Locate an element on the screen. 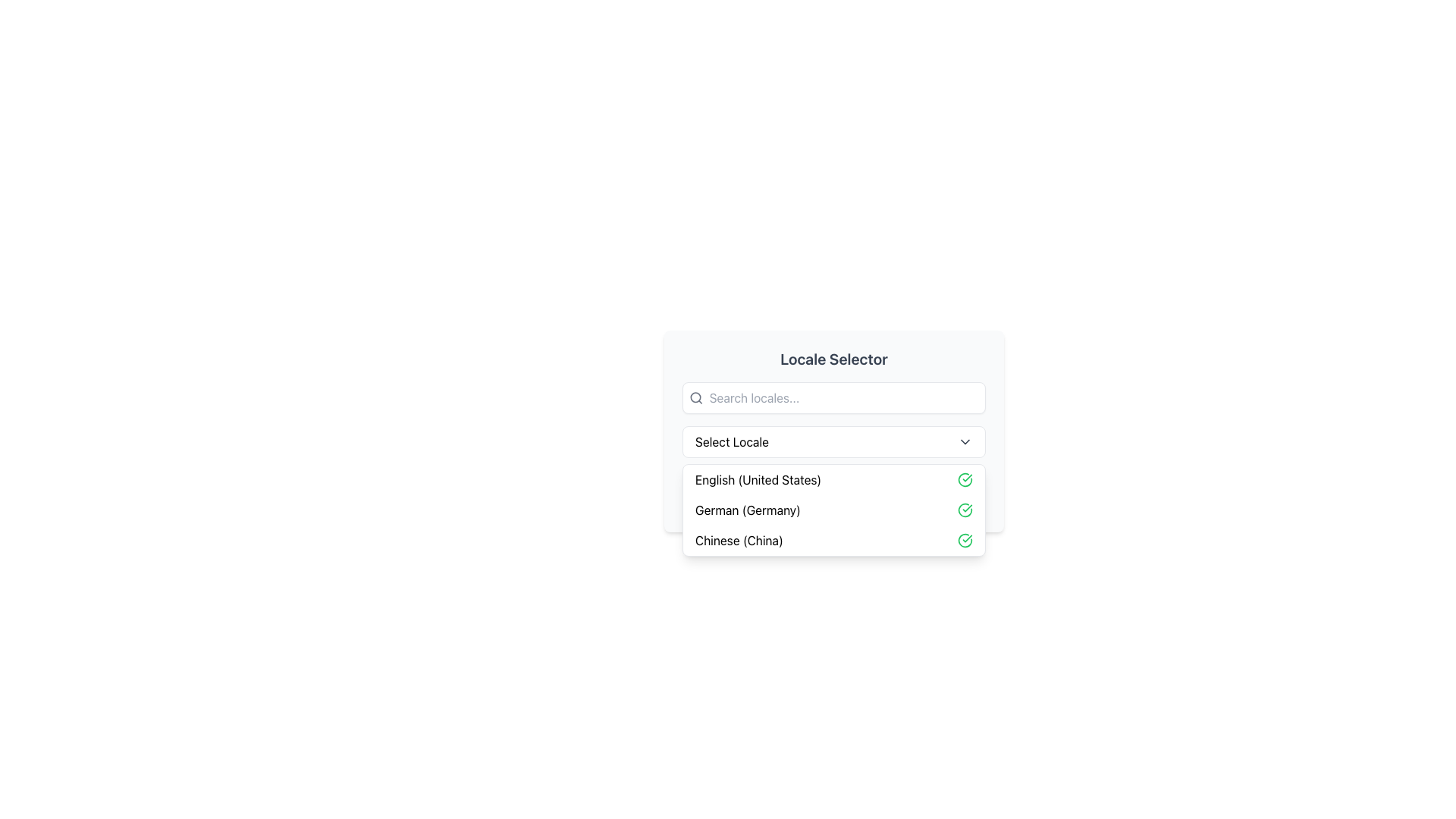 This screenshot has width=1456, height=819. the Chevron icon located to the right of the 'Select Locale' text is located at coordinates (964, 441).